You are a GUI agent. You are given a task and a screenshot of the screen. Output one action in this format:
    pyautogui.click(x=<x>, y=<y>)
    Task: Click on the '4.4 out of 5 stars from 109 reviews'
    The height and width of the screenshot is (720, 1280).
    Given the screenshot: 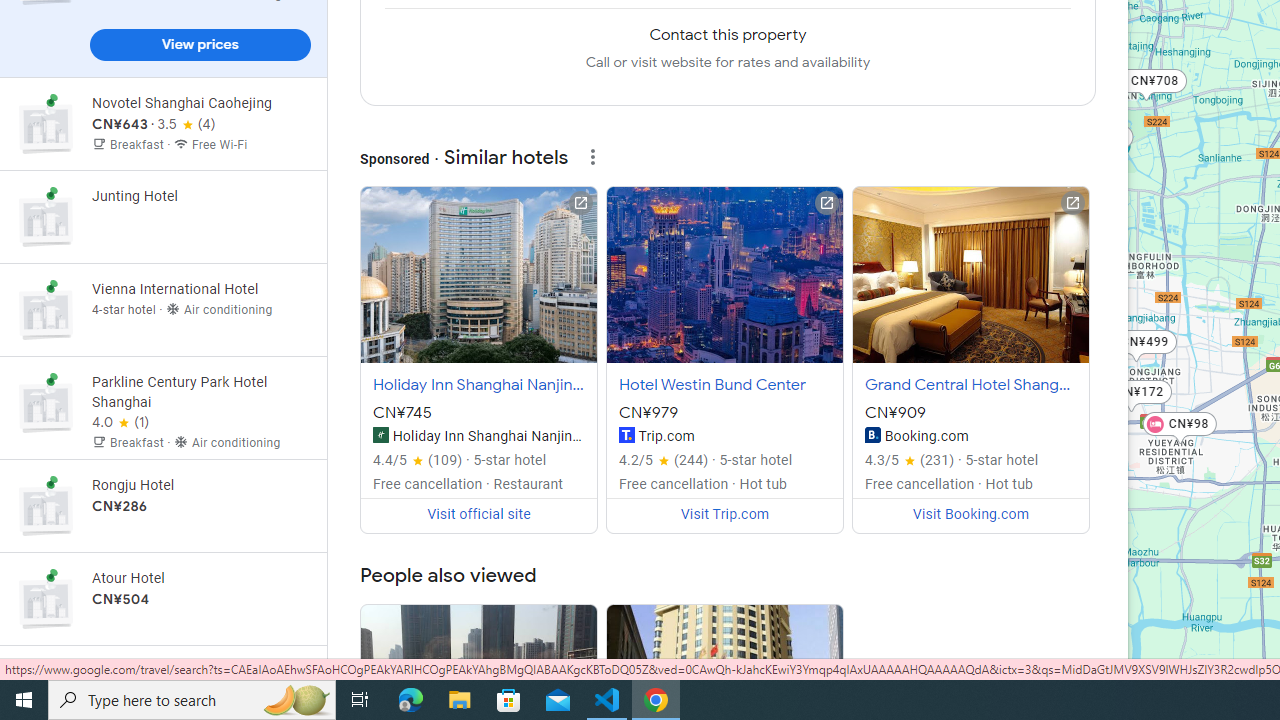 What is the action you would take?
    pyautogui.click(x=416, y=460)
    